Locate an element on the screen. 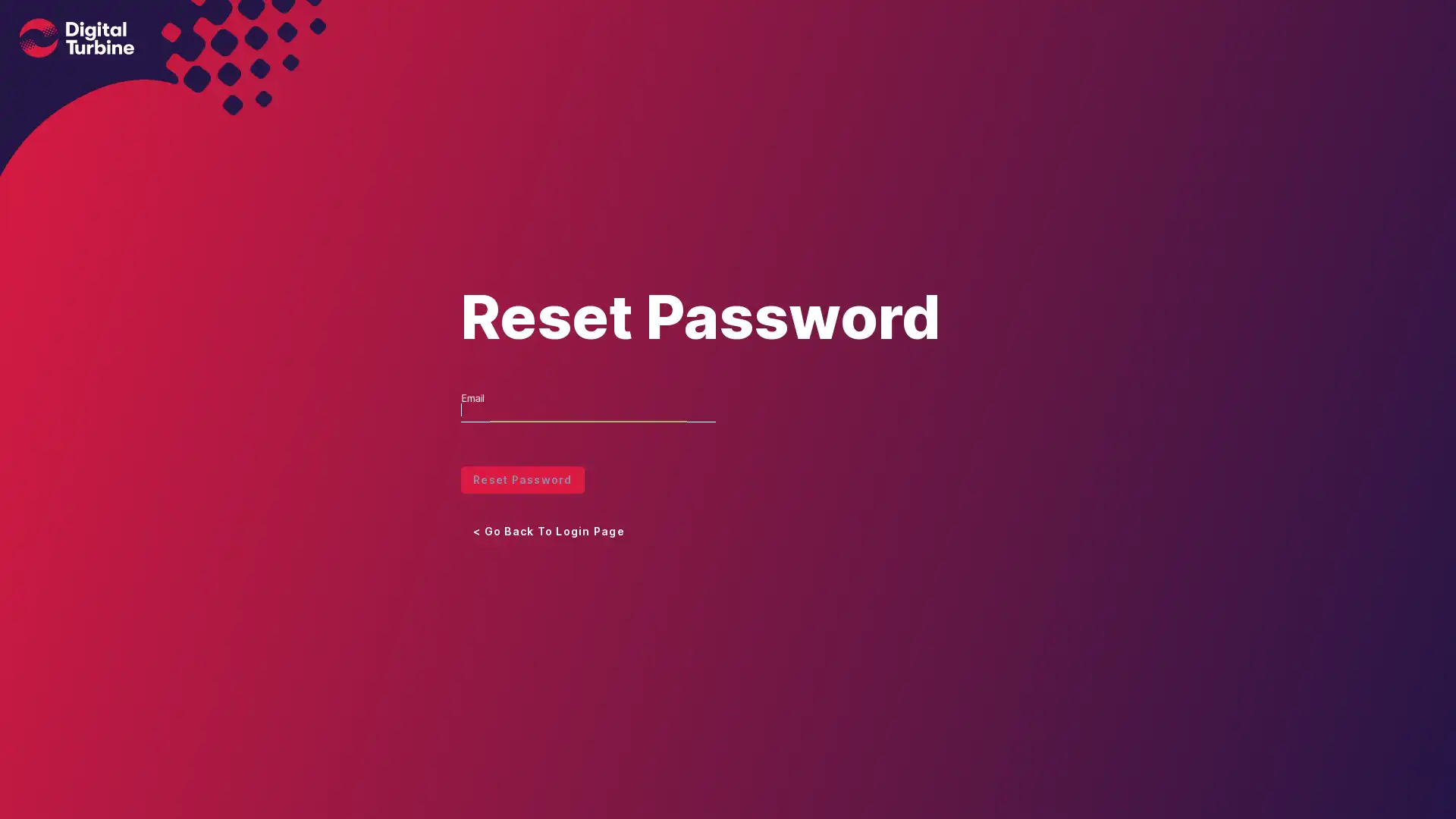 The image size is (1456, 819). < Go Back To Login Page is located at coordinates (548, 529).